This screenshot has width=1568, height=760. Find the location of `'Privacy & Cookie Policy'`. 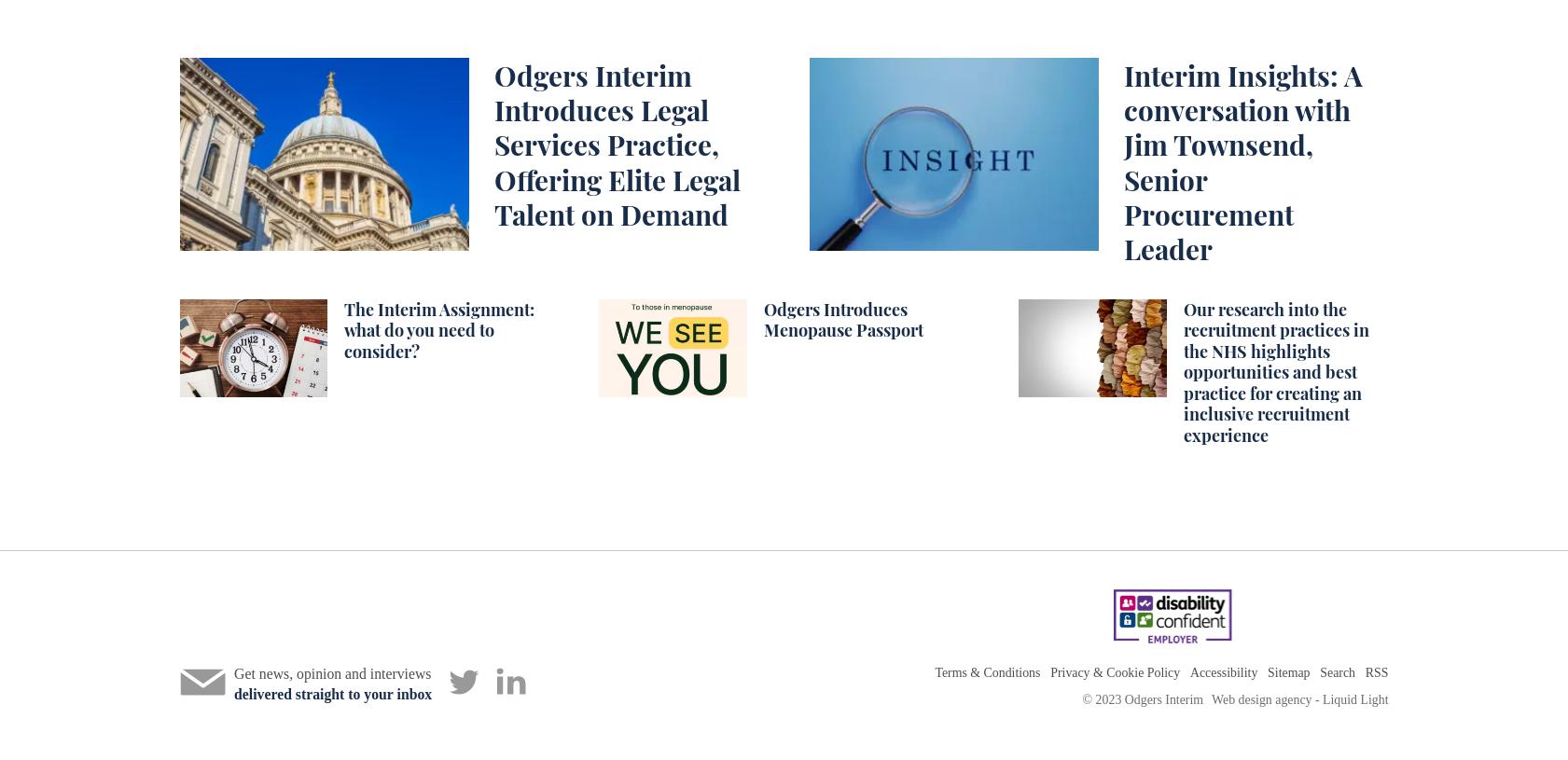

'Privacy & Cookie Policy' is located at coordinates (1115, 671).